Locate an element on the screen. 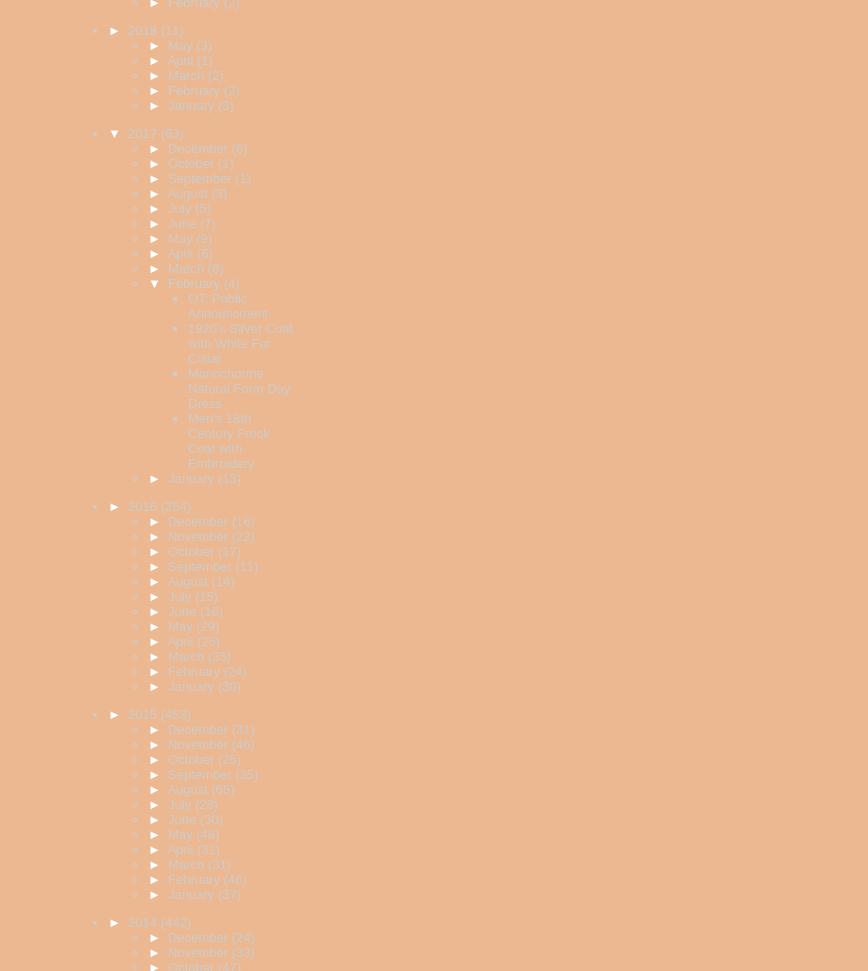  '2015' is located at coordinates (144, 713).